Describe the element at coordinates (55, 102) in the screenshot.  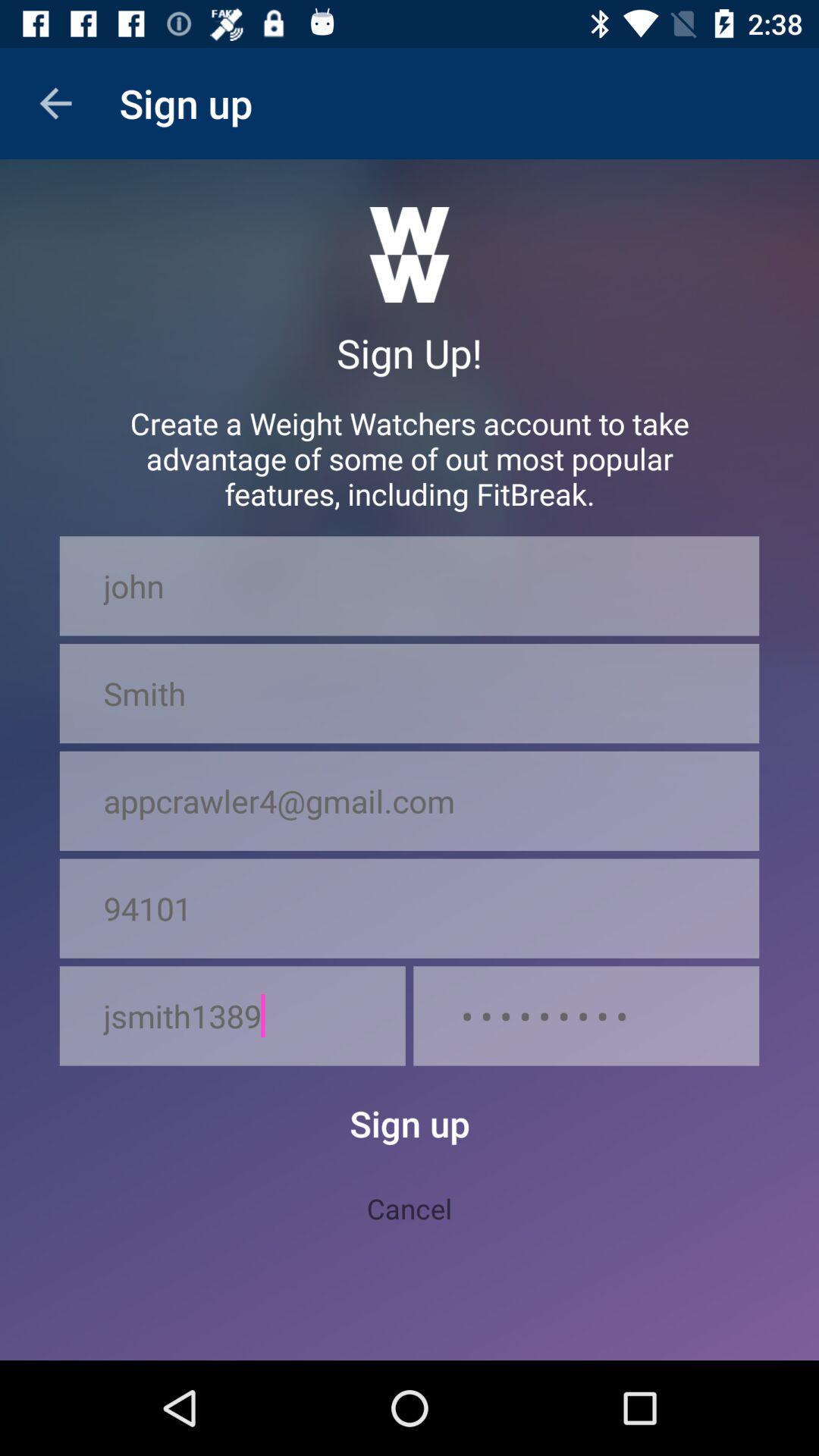
I see `item to the left of the sign up icon` at that location.